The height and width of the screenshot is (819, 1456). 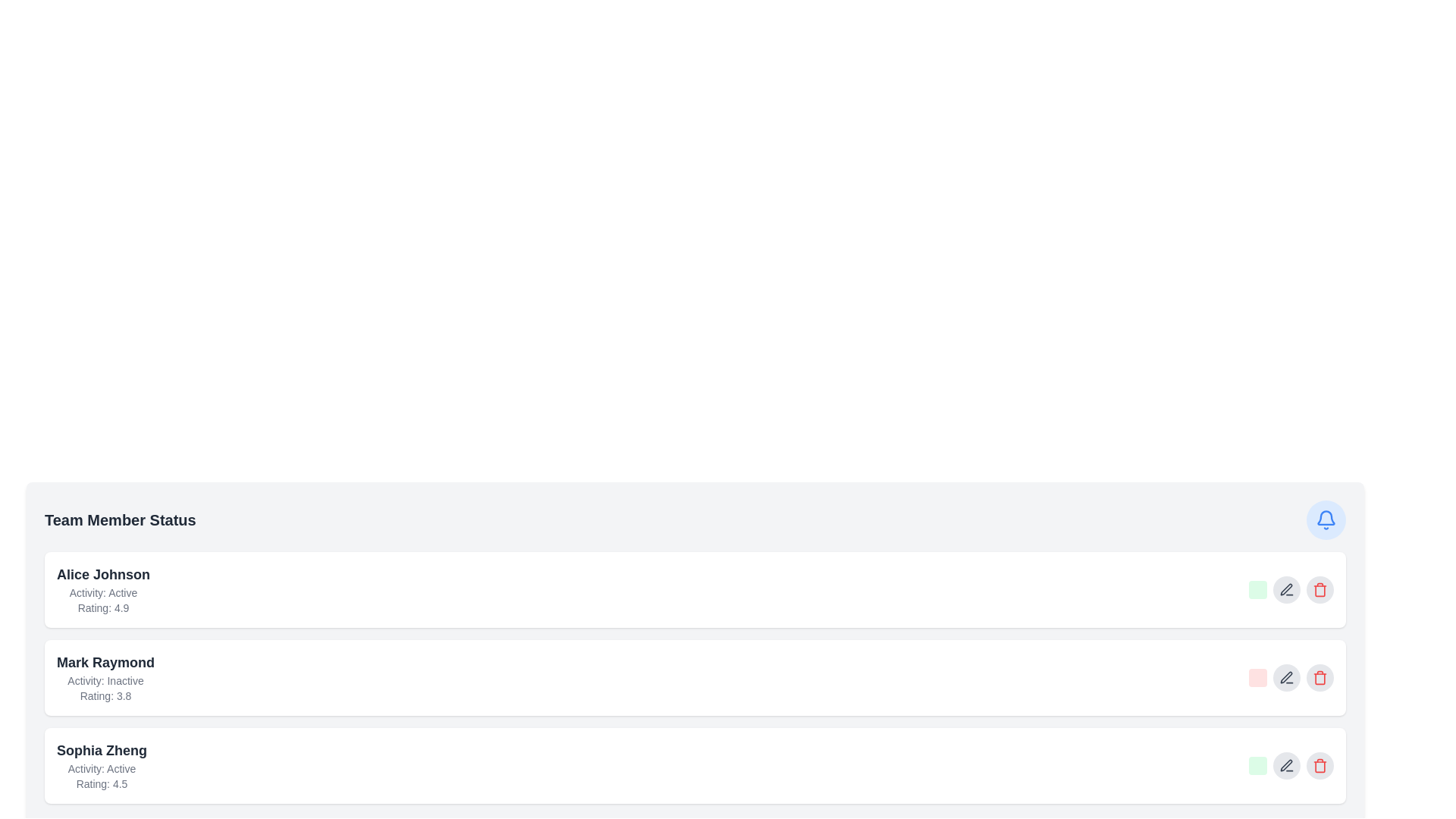 What do you see at coordinates (1285, 588) in the screenshot?
I see `the edit icon in the second row of the 'Team Member Status' list for accessibility navigation` at bounding box center [1285, 588].